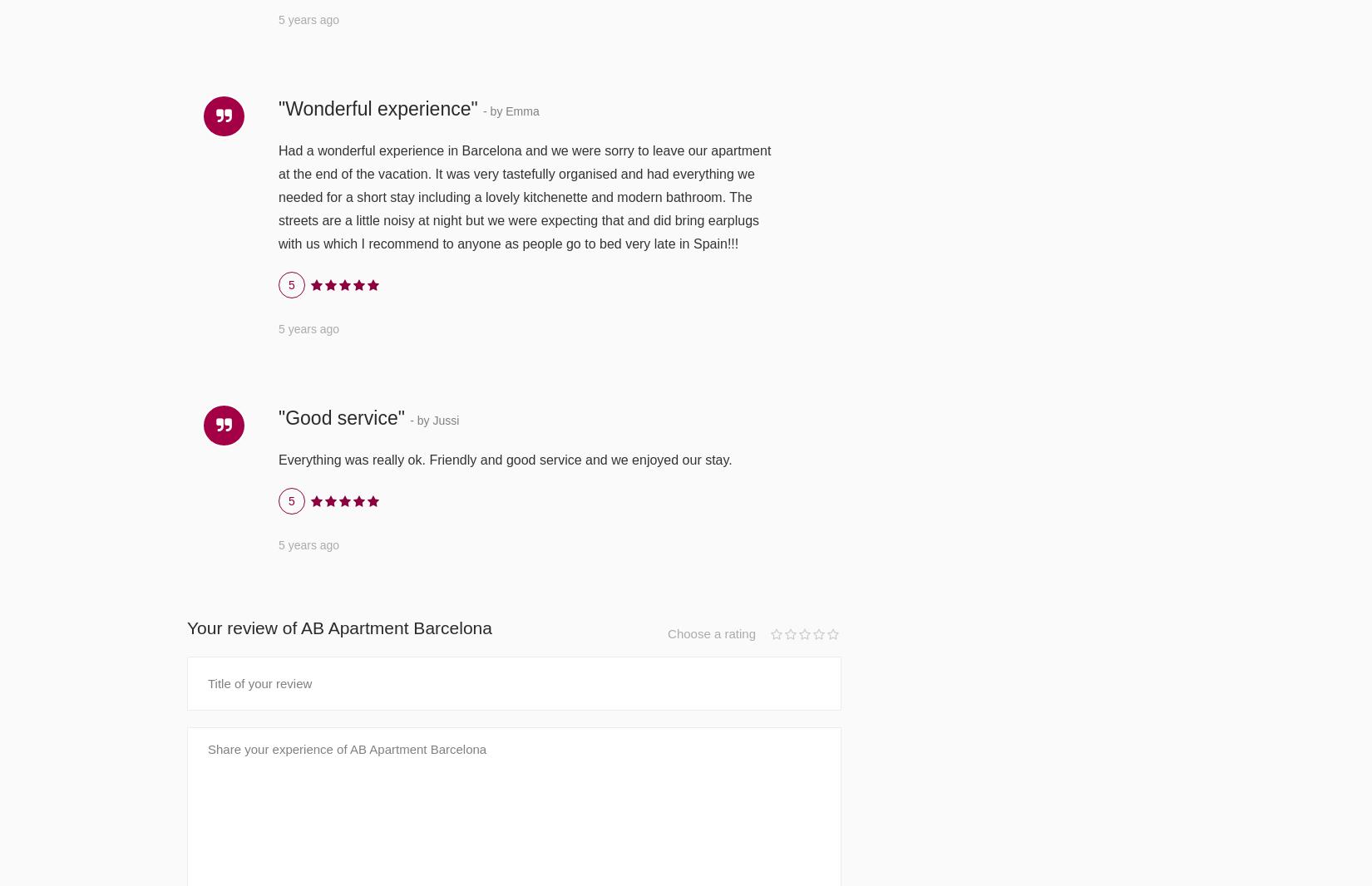 This screenshot has width=1372, height=886. Describe the element at coordinates (380, 107) in the screenshot. I see `'"Wonderful experience"'` at that location.